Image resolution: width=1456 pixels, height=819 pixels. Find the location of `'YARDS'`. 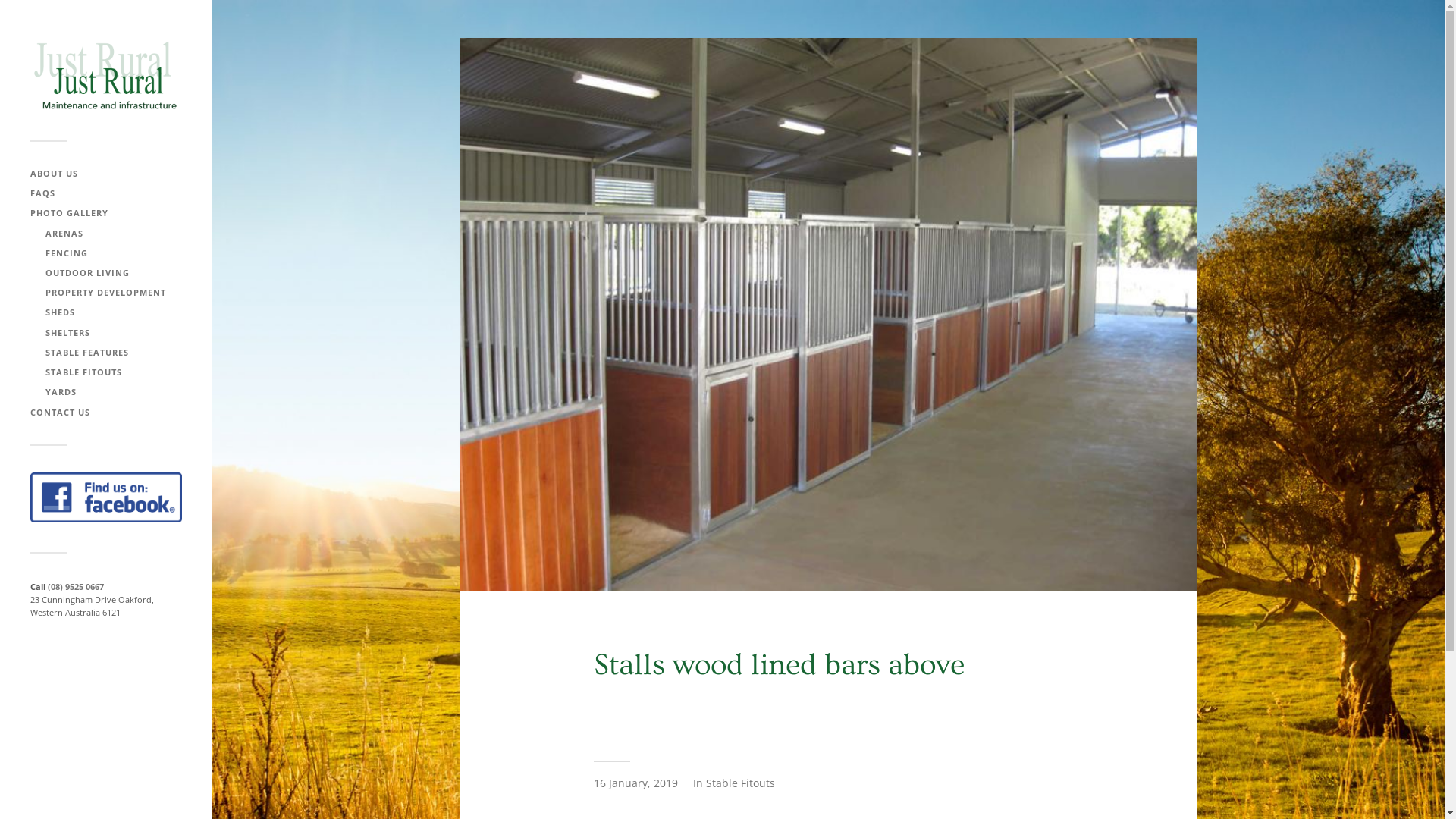

'YARDS' is located at coordinates (45, 391).